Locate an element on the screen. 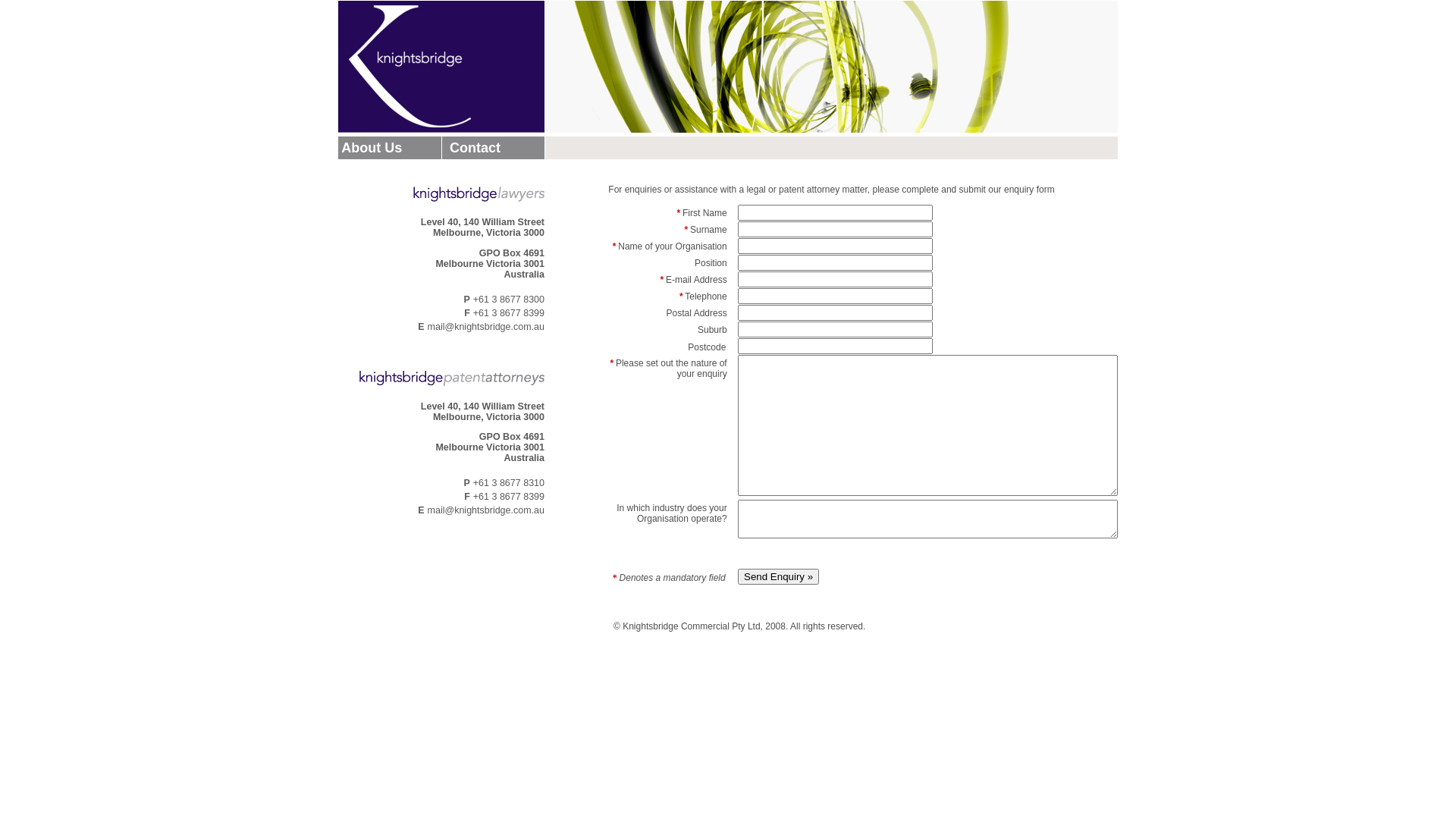 This screenshot has width=1456, height=819. ' About Us' is located at coordinates (370, 146).